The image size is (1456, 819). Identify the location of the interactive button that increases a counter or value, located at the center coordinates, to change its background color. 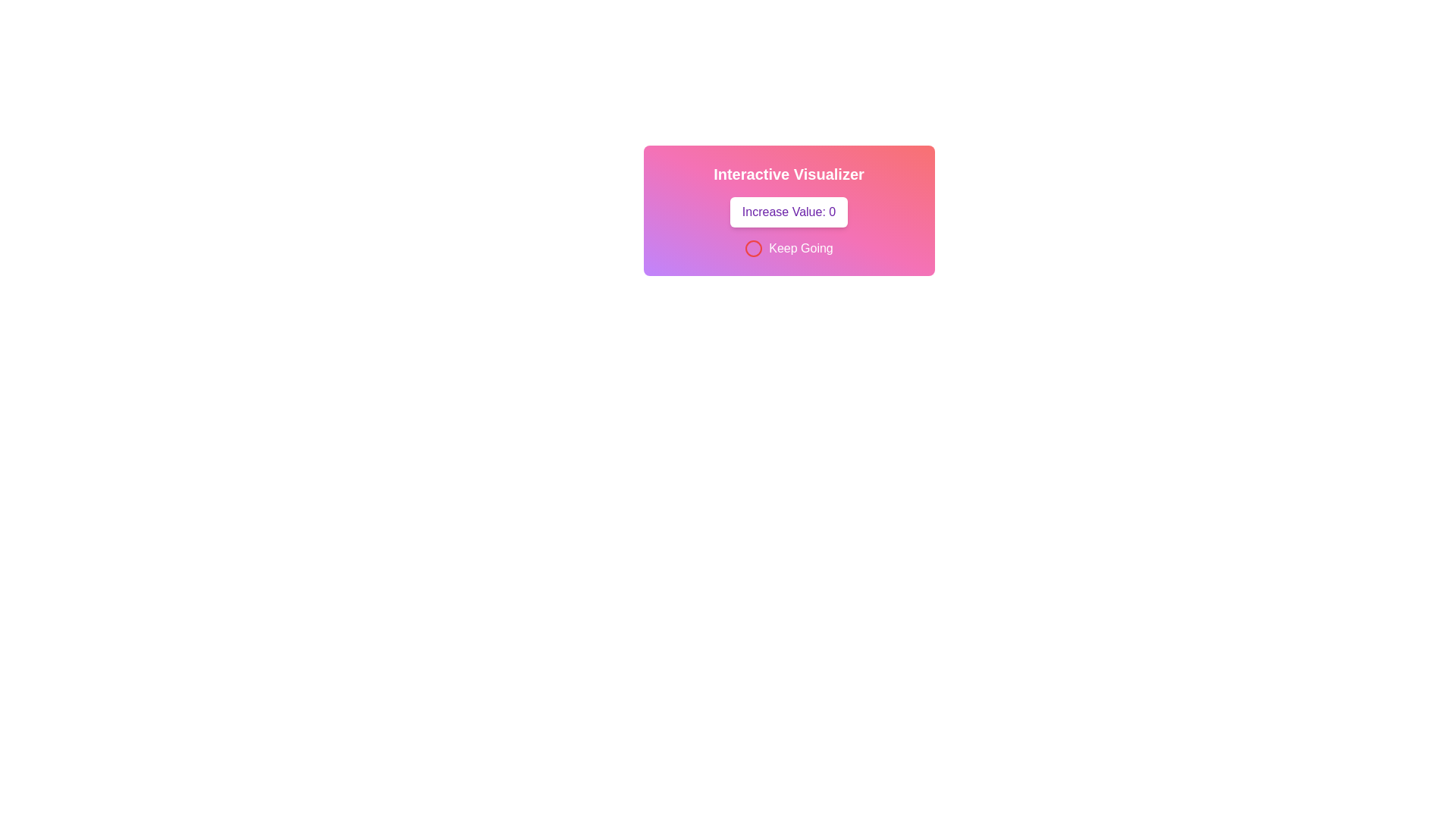
(789, 212).